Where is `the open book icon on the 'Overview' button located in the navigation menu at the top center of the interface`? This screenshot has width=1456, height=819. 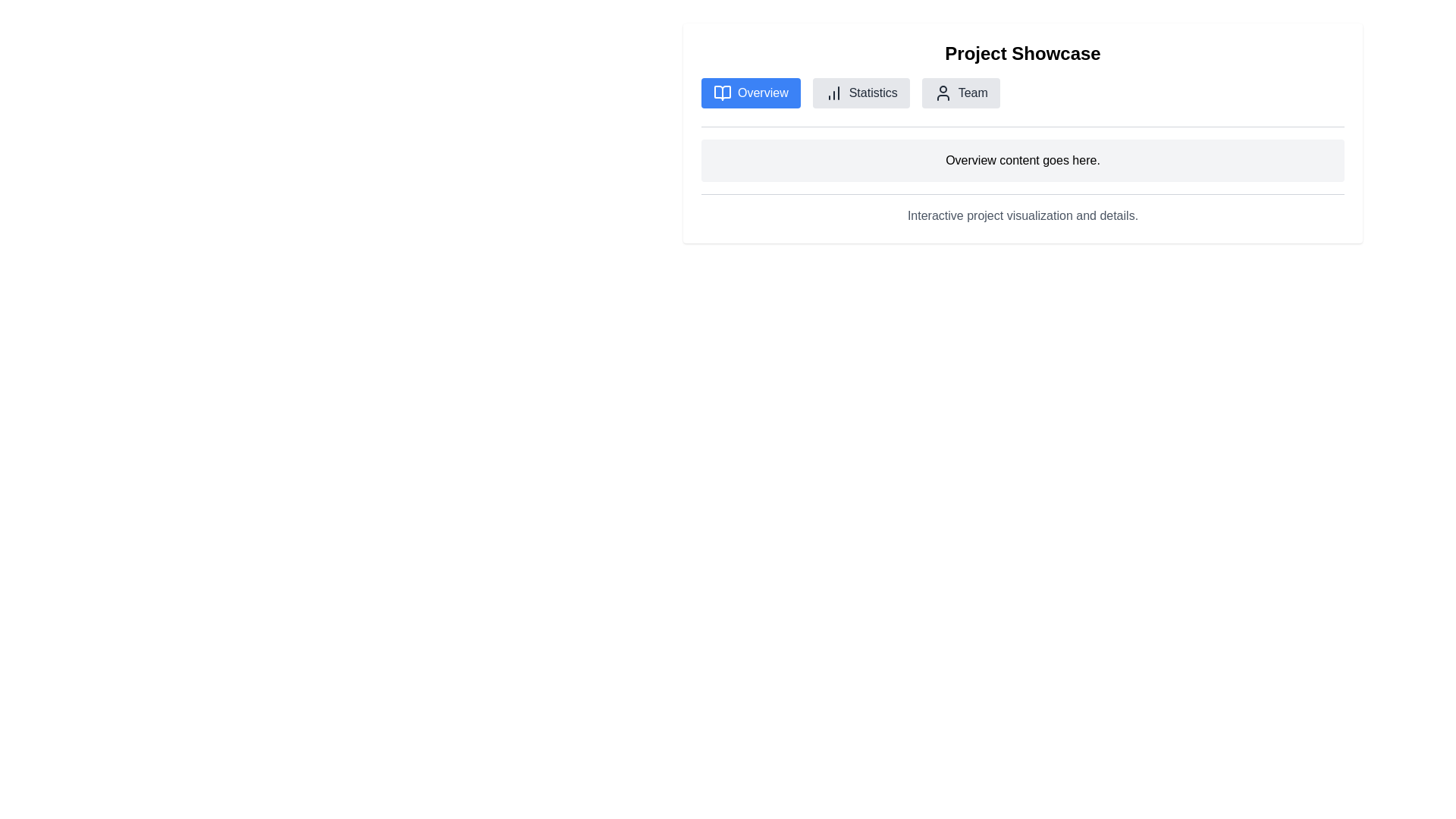
the open book icon on the 'Overview' button located in the navigation menu at the top center of the interface is located at coordinates (722, 93).